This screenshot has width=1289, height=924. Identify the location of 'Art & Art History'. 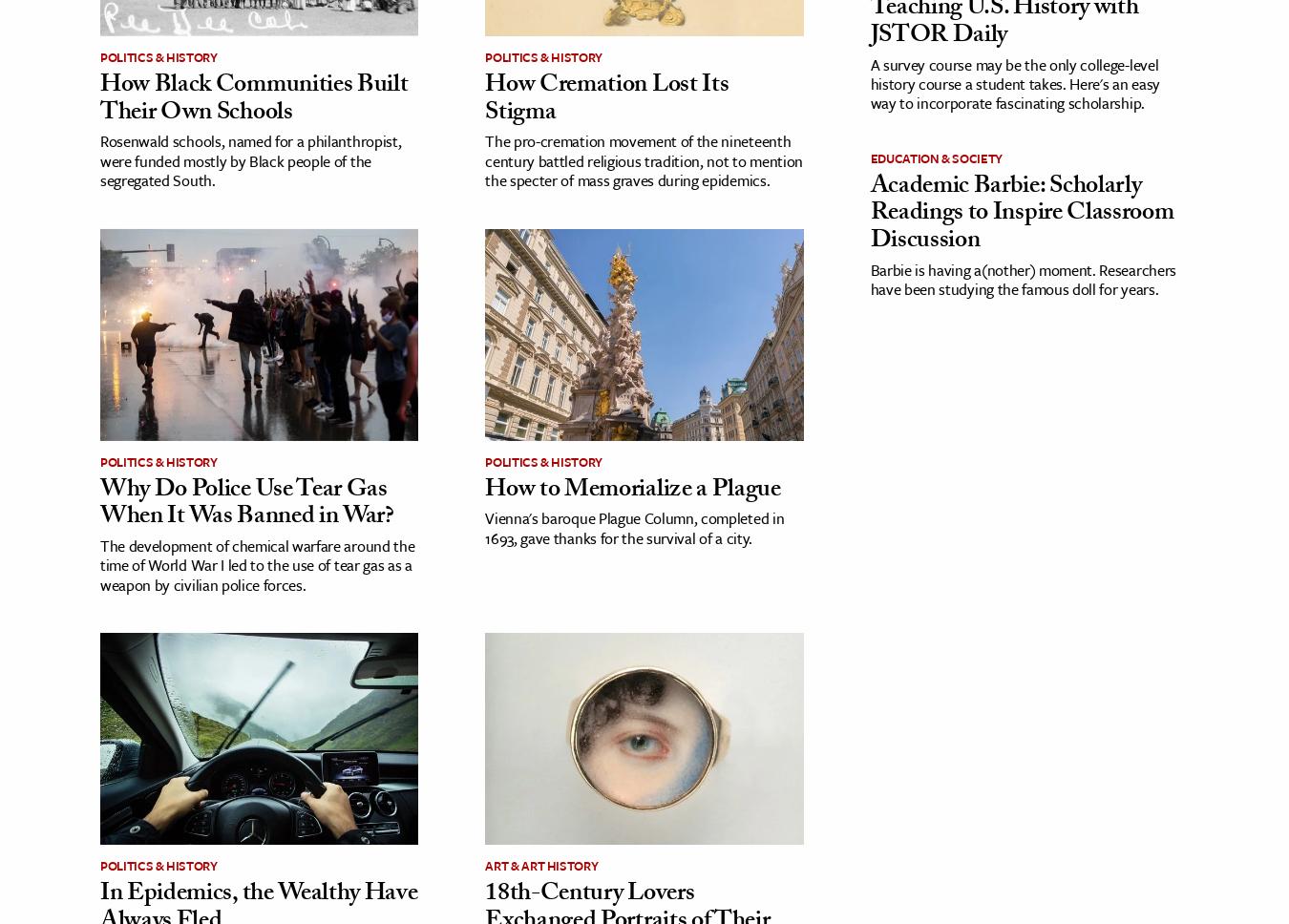
(541, 866).